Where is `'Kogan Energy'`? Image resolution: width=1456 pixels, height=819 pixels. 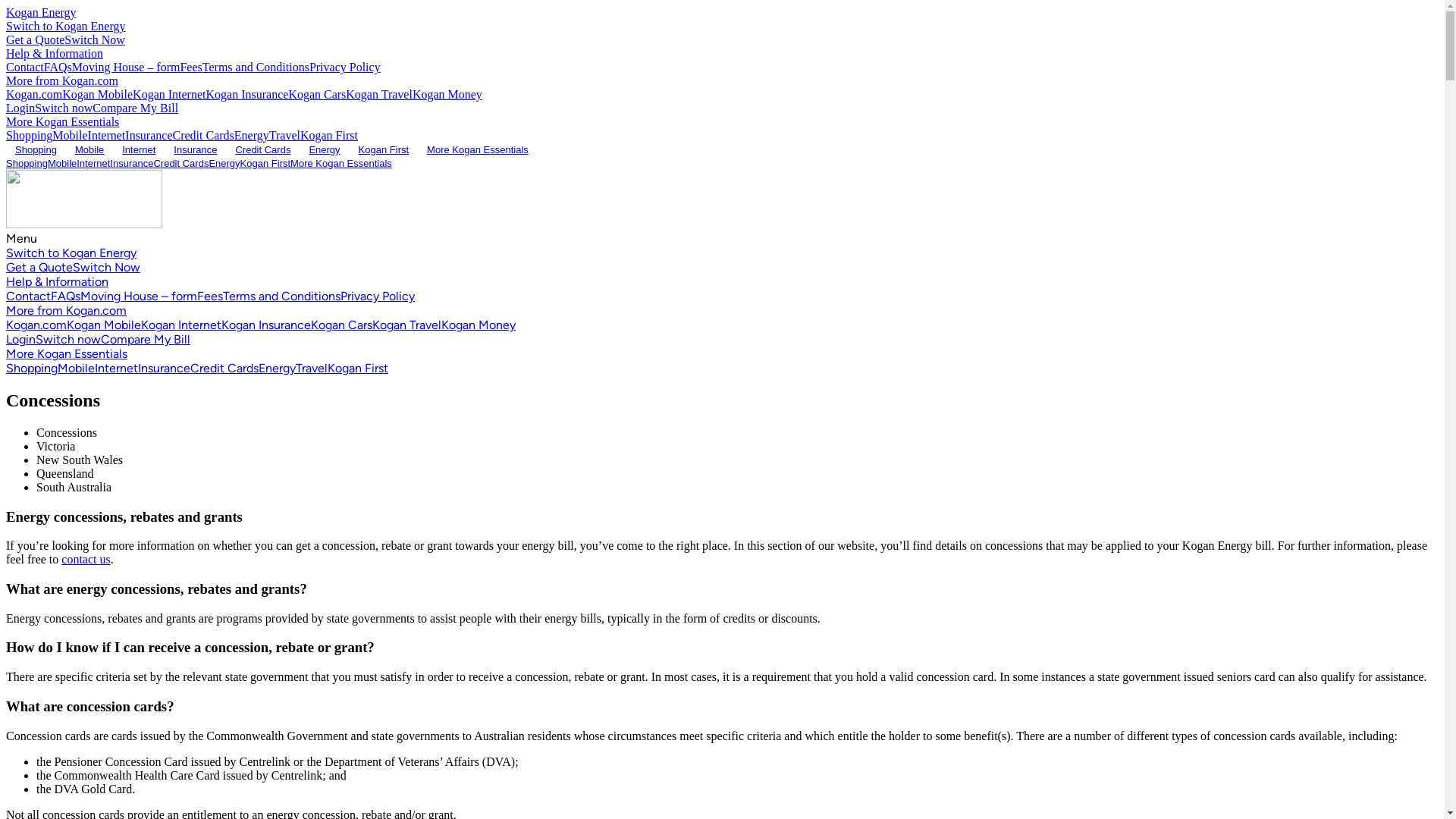
'Kogan Energy' is located at coordinates (41, 12).